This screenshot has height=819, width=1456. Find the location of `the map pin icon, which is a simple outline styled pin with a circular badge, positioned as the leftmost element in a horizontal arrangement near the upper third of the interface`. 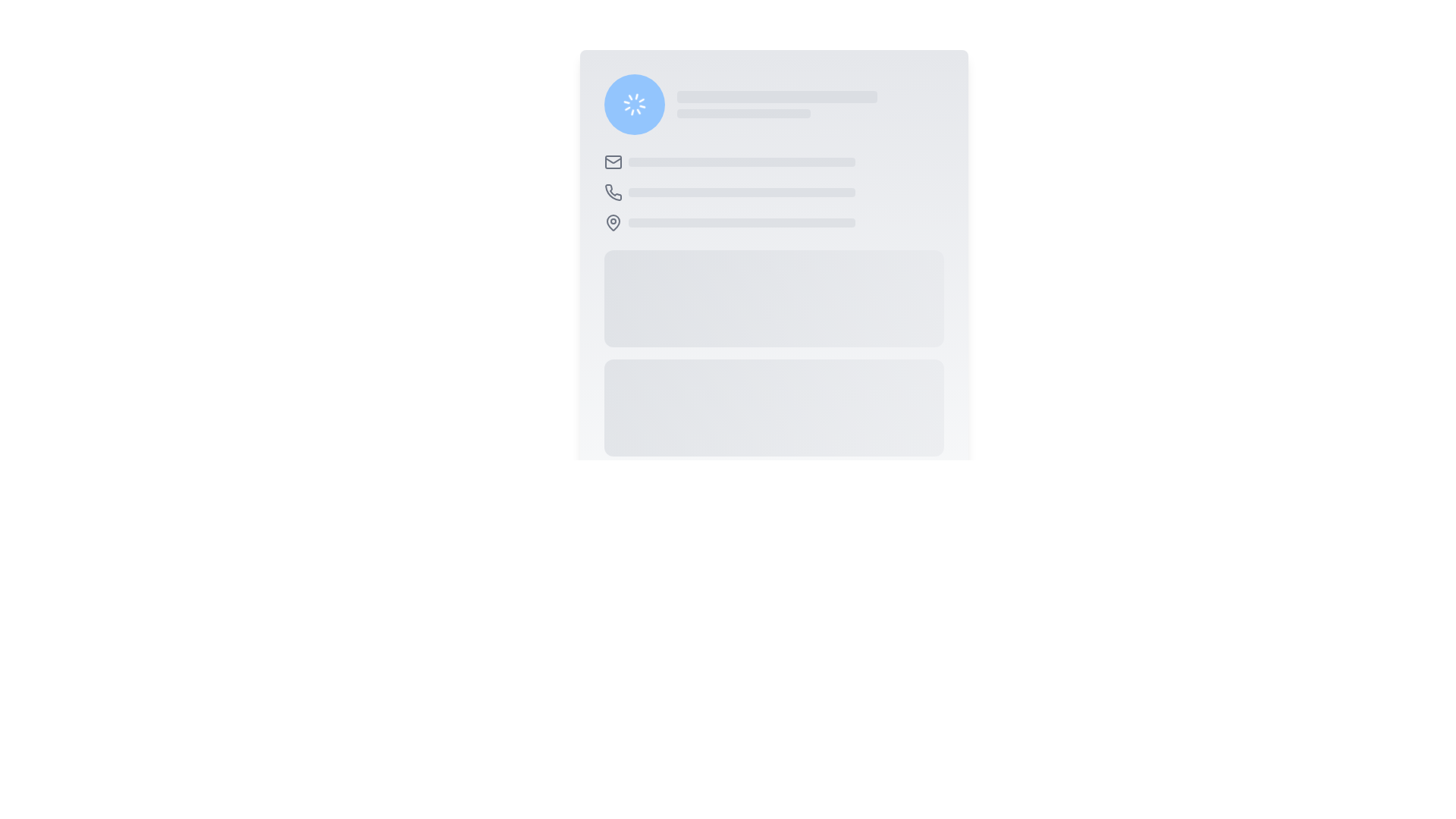

the map pin icon, which is a simple outline styled pin with a circular badge, positioned as the leftmost element in a horizontal arrangement near the upper third of the interface is located at coordinates (613, 222).